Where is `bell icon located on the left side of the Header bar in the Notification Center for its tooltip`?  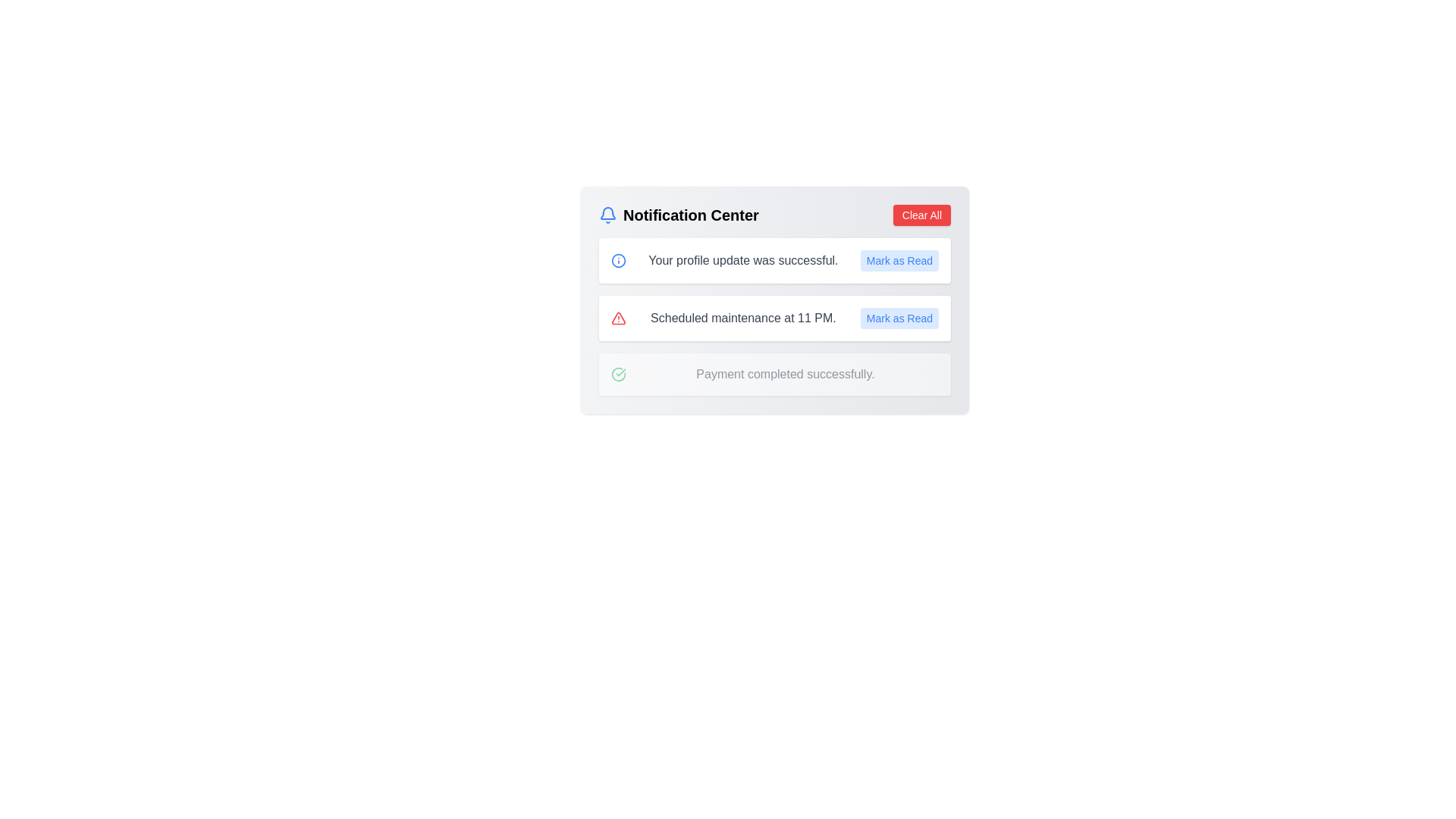
bell icon located on the left side of the Header bar in the Notification Center for its tooltip is located at coordinates (775, 215).